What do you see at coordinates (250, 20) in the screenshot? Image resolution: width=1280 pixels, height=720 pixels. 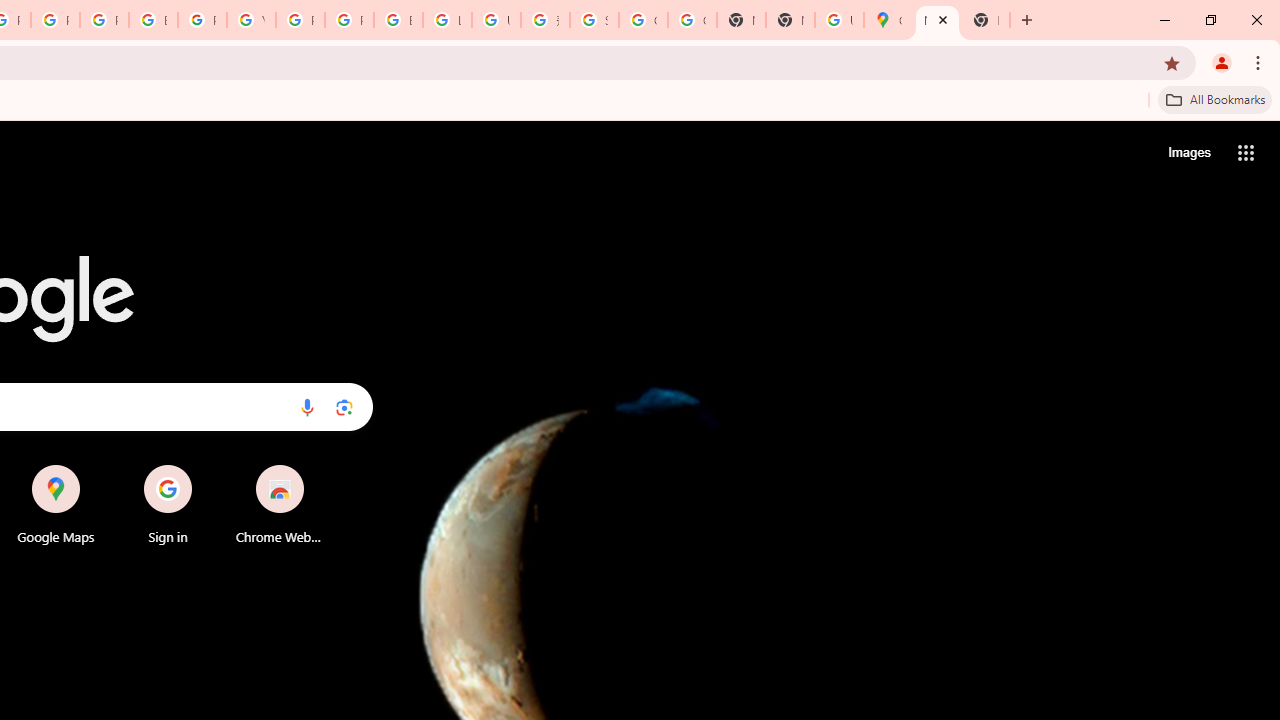 I see `'YouTube'` at bounding box center [250, 20].